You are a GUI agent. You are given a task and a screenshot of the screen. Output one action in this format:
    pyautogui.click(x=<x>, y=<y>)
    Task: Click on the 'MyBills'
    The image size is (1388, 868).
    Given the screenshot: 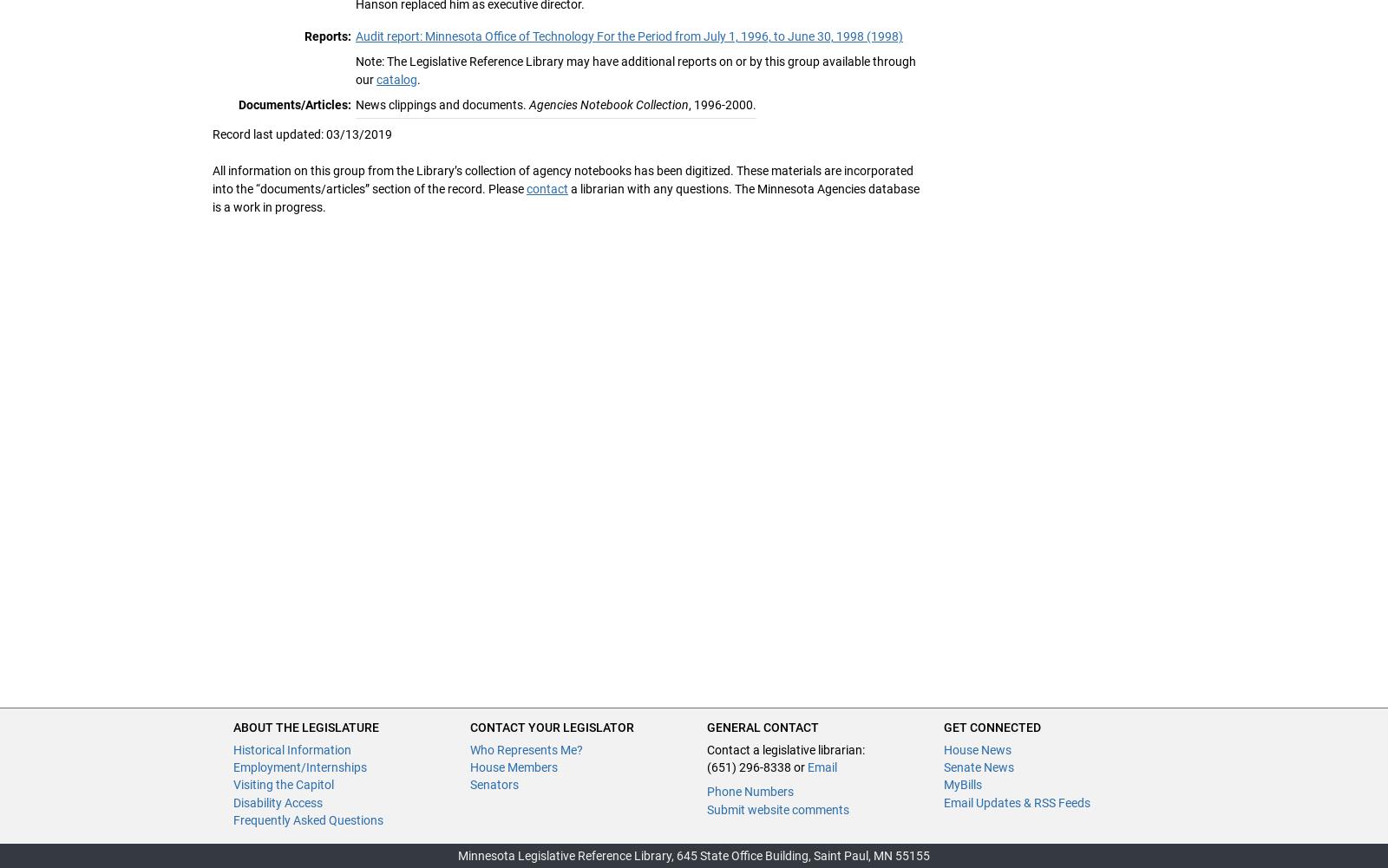 What is the action you would take?
    pyautogui.click(x=963, y=785)
    